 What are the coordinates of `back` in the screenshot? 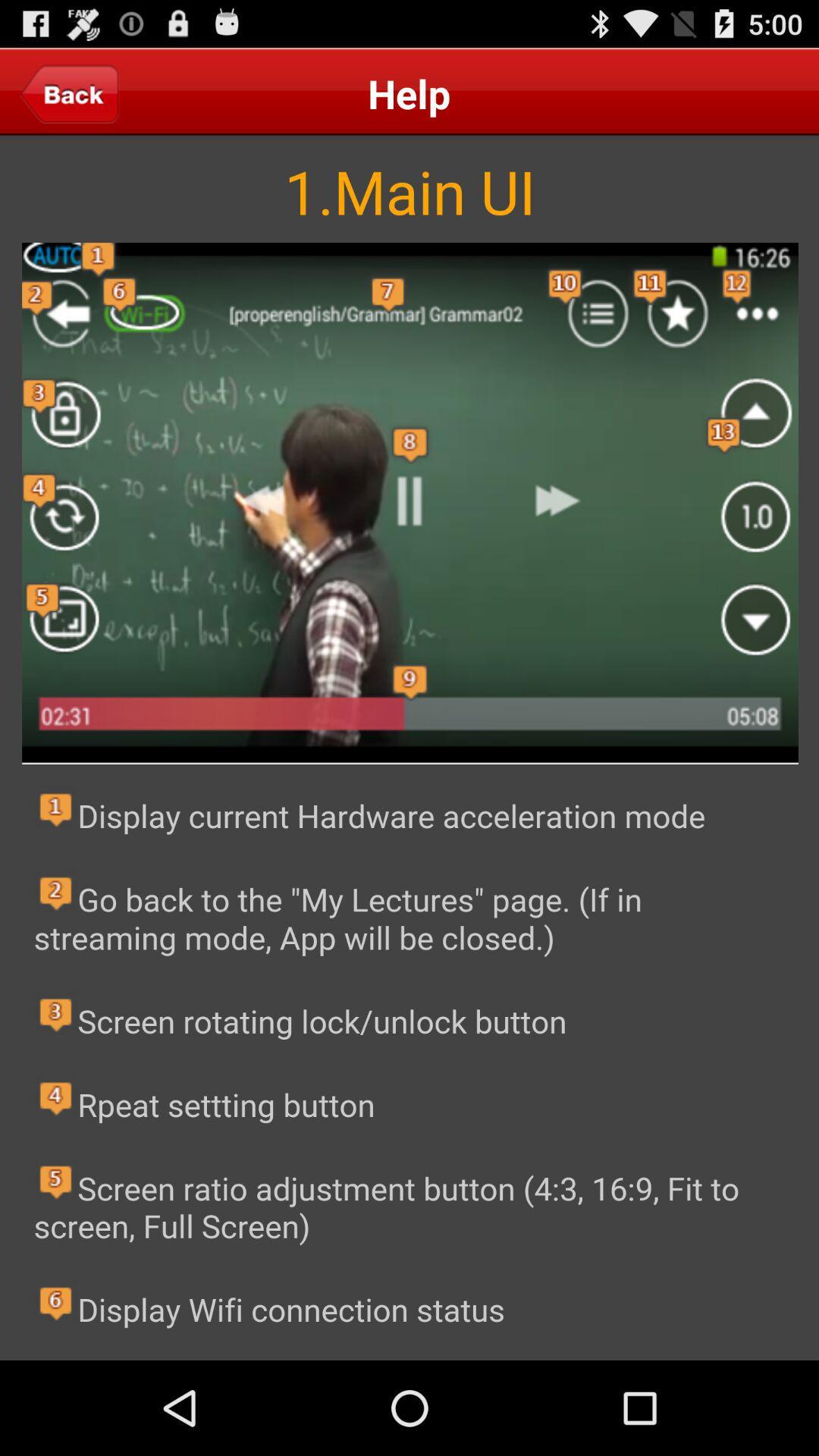 It's located at (69, 93).